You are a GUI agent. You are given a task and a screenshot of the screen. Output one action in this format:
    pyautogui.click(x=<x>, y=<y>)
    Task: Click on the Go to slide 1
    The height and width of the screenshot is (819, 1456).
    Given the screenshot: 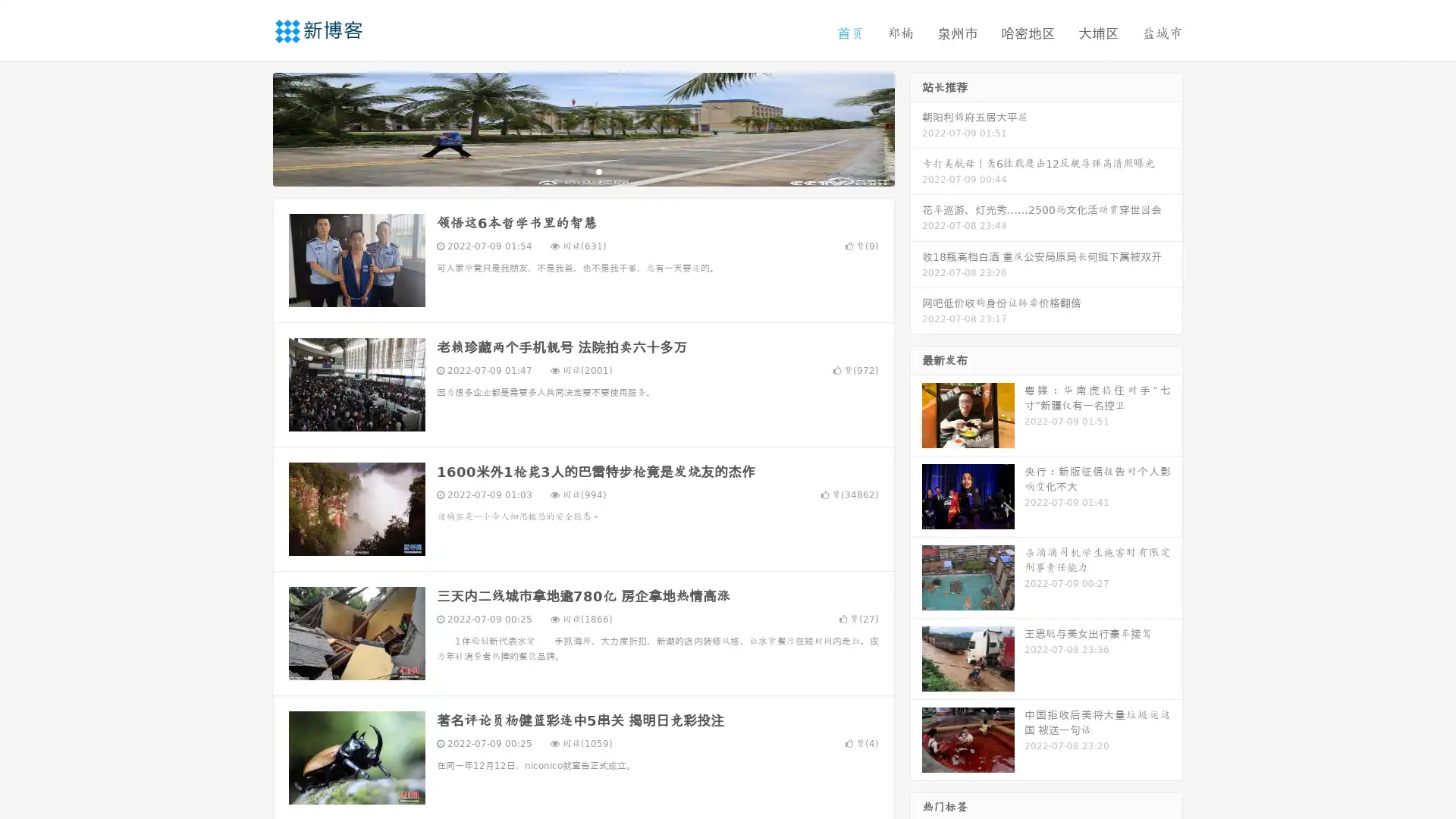 What is the action you would take?
    pyautogui.click(x=567, y=171)
    